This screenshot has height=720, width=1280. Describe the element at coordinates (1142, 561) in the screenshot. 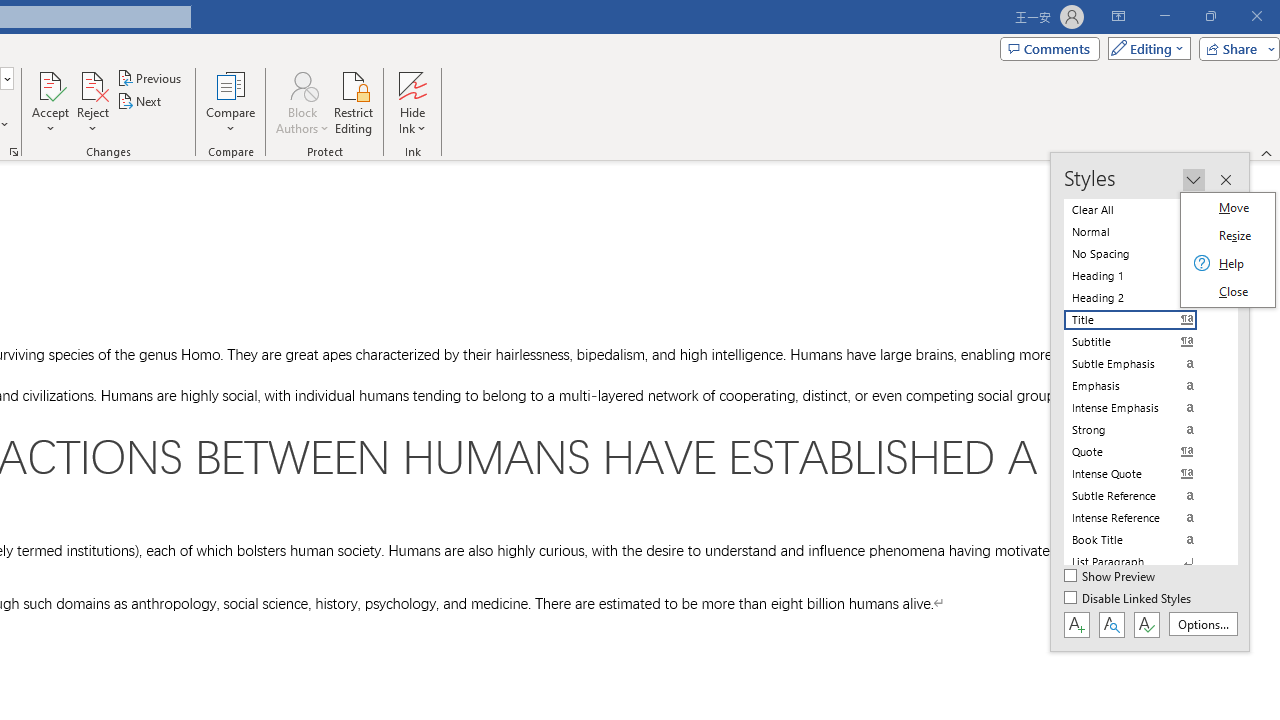

I see `'List Paragraph'` at that location.